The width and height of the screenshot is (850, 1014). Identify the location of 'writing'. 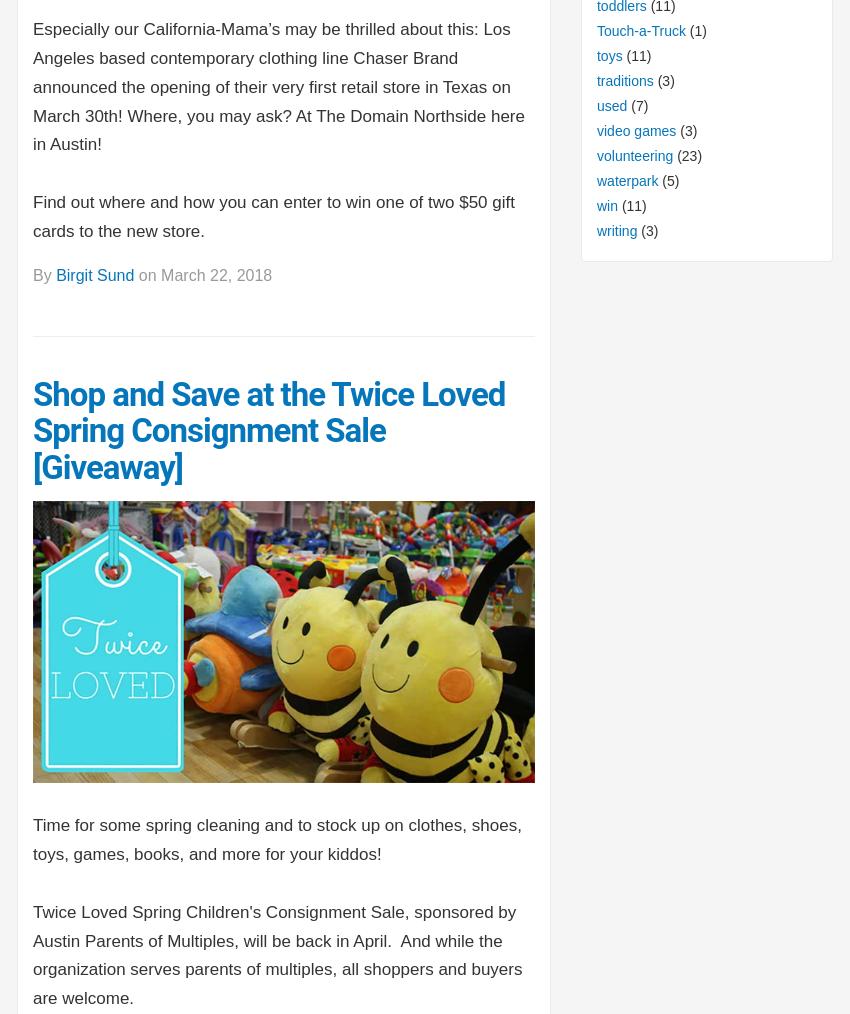
(595, 228).